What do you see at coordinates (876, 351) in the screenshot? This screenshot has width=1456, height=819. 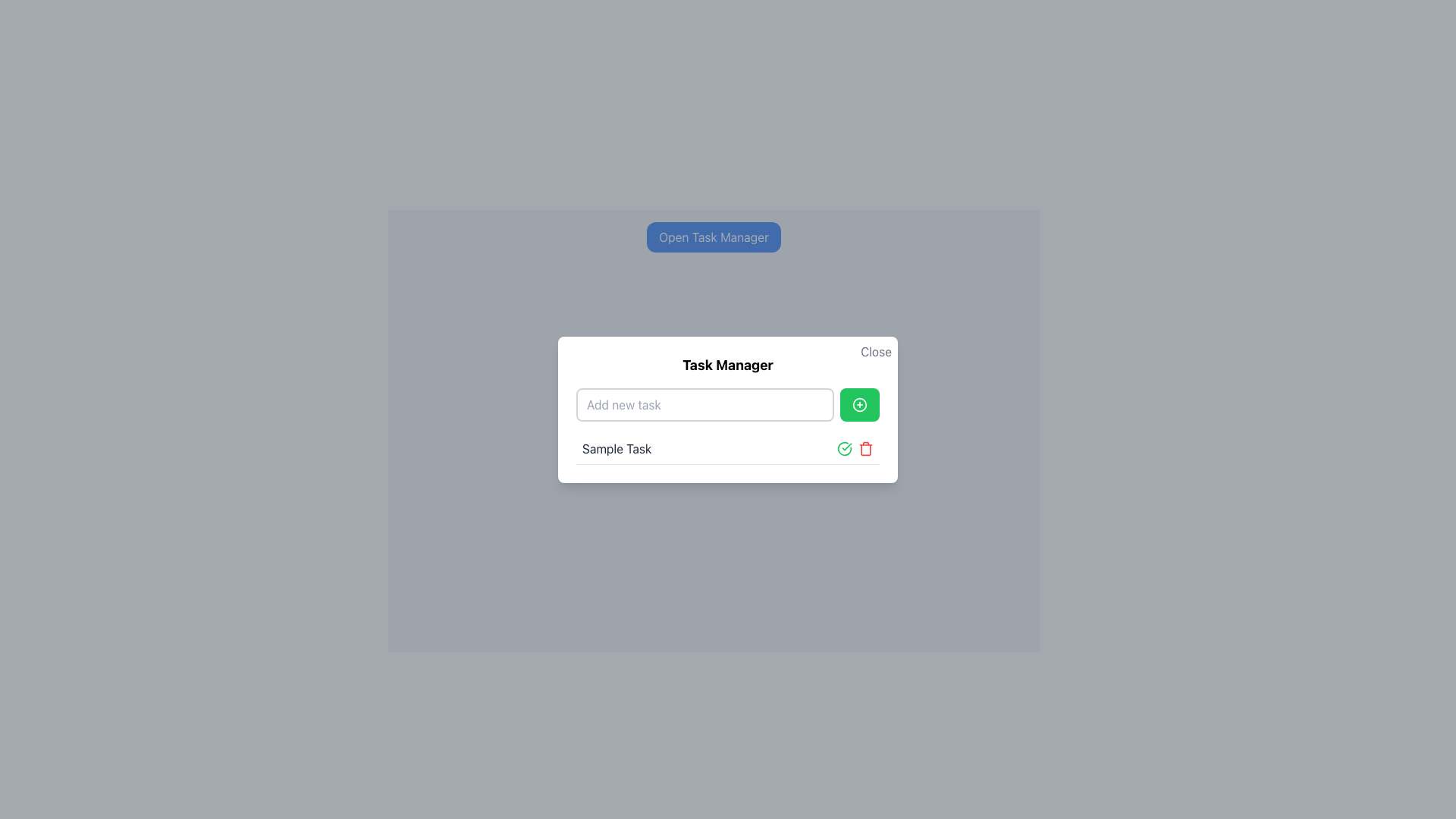 I see `the close button located in the top-right corner of the modal dialog` at bounding box center [876, 351].